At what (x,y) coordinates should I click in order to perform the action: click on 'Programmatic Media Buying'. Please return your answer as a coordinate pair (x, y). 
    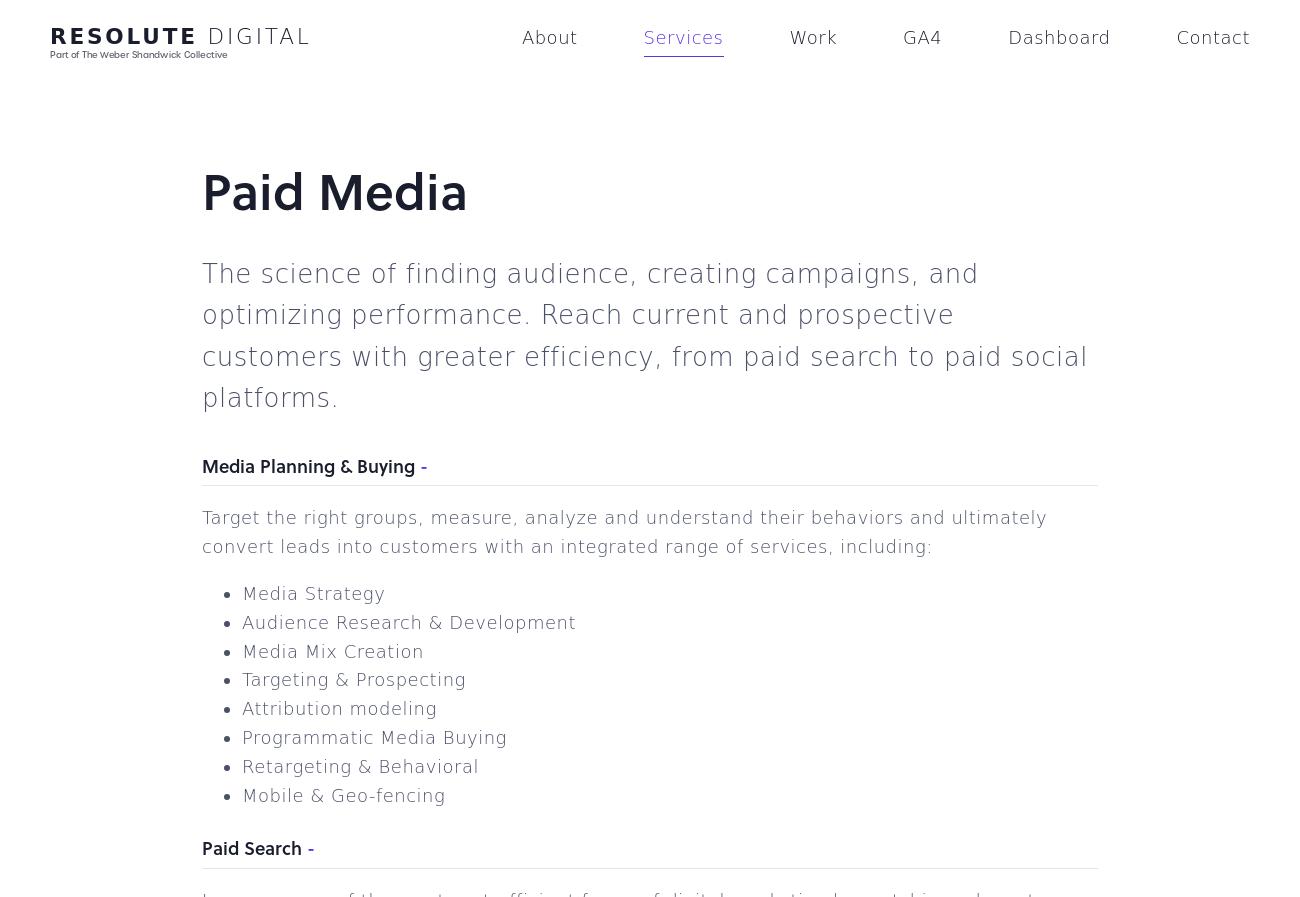
    Looking at the image, I should click on (373, 737).